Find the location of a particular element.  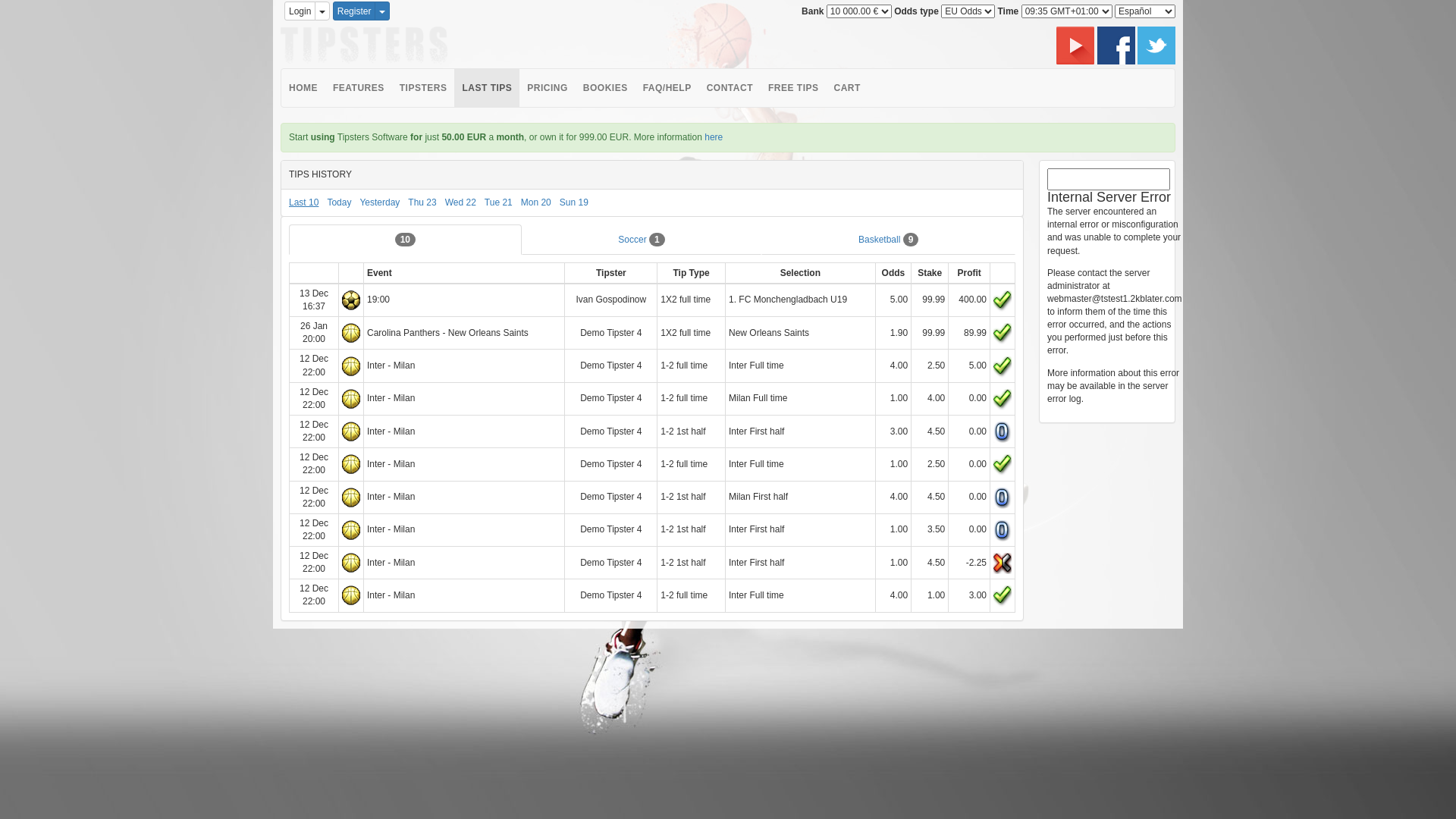

'Tue 21' is located at coordinates (498, 201).